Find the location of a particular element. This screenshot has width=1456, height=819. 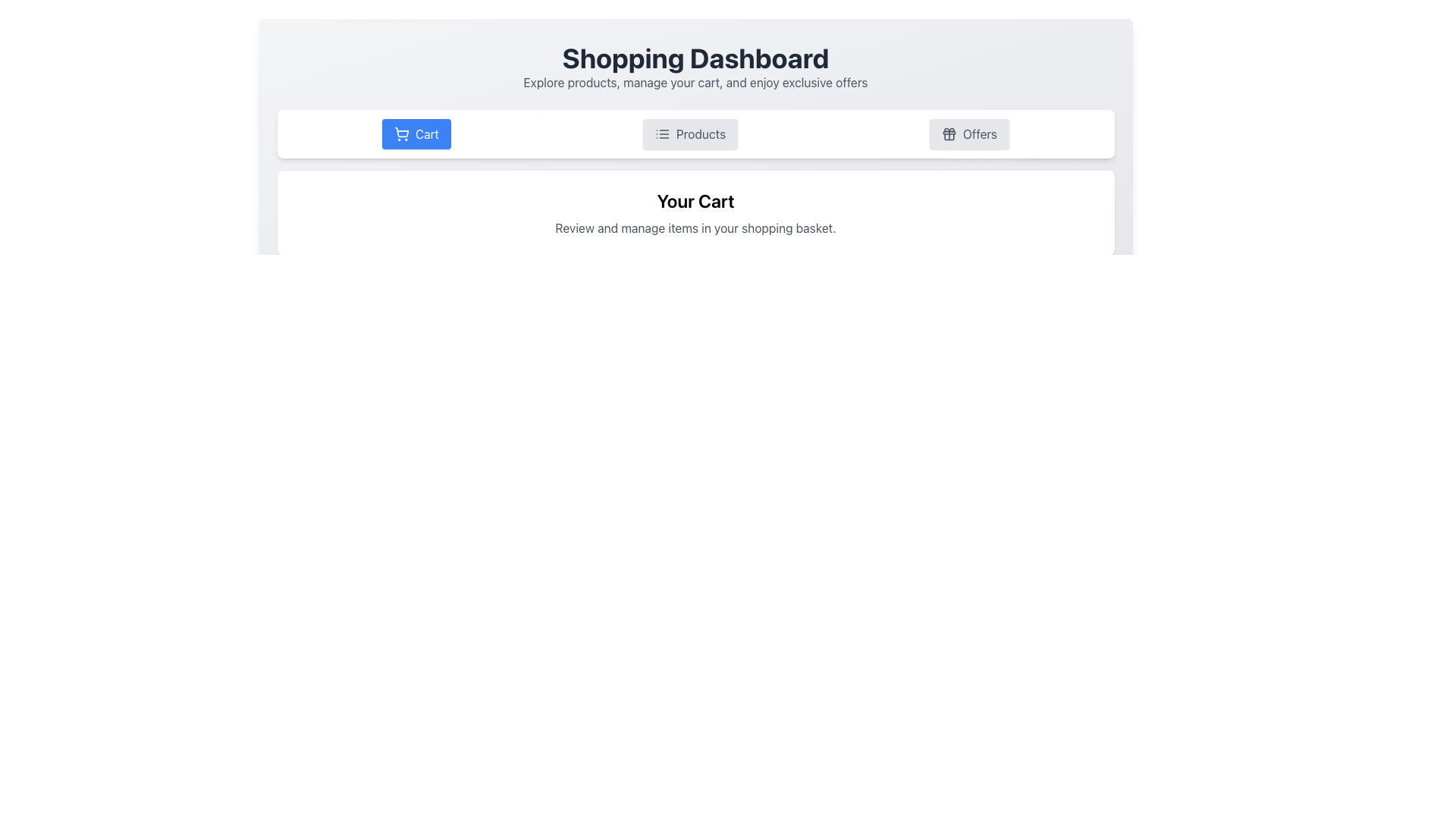

the text label of the button for offers or promotions located to the far-right is located at coordinates (980, 133).